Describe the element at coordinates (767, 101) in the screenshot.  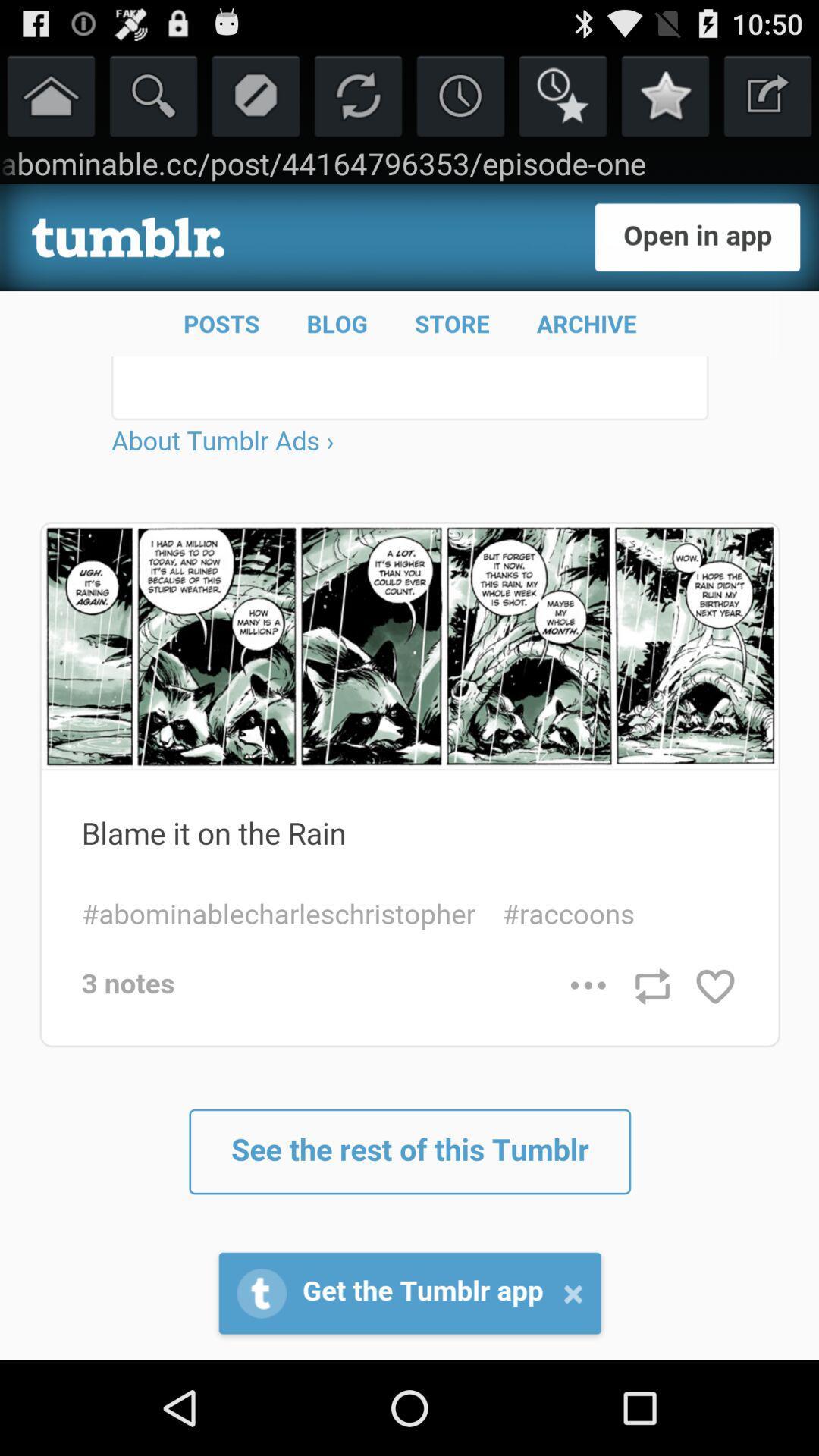
I see `the launch icon` at that location.